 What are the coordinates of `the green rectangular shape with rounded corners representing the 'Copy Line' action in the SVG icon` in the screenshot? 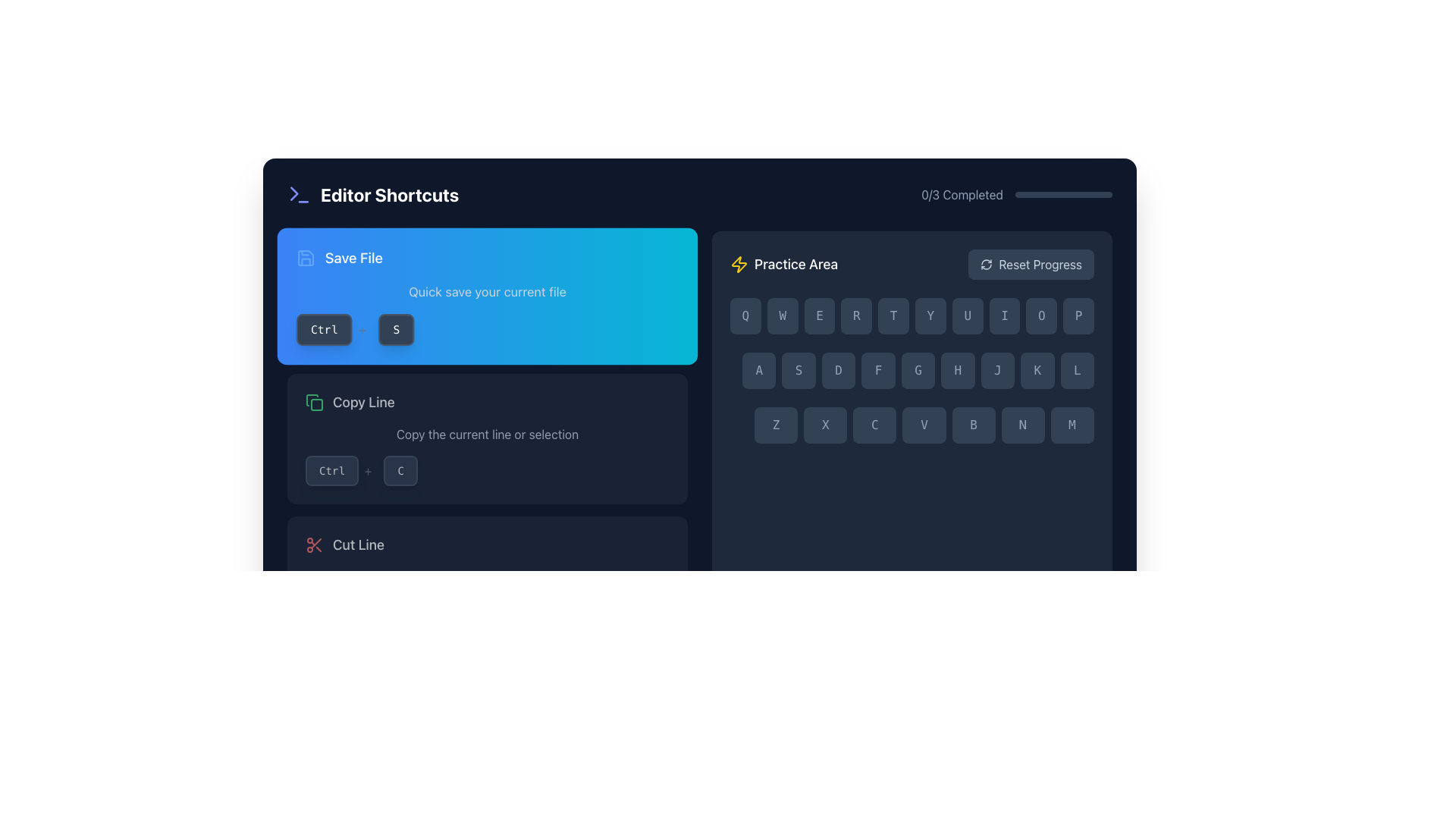 It's located at (312, 400).